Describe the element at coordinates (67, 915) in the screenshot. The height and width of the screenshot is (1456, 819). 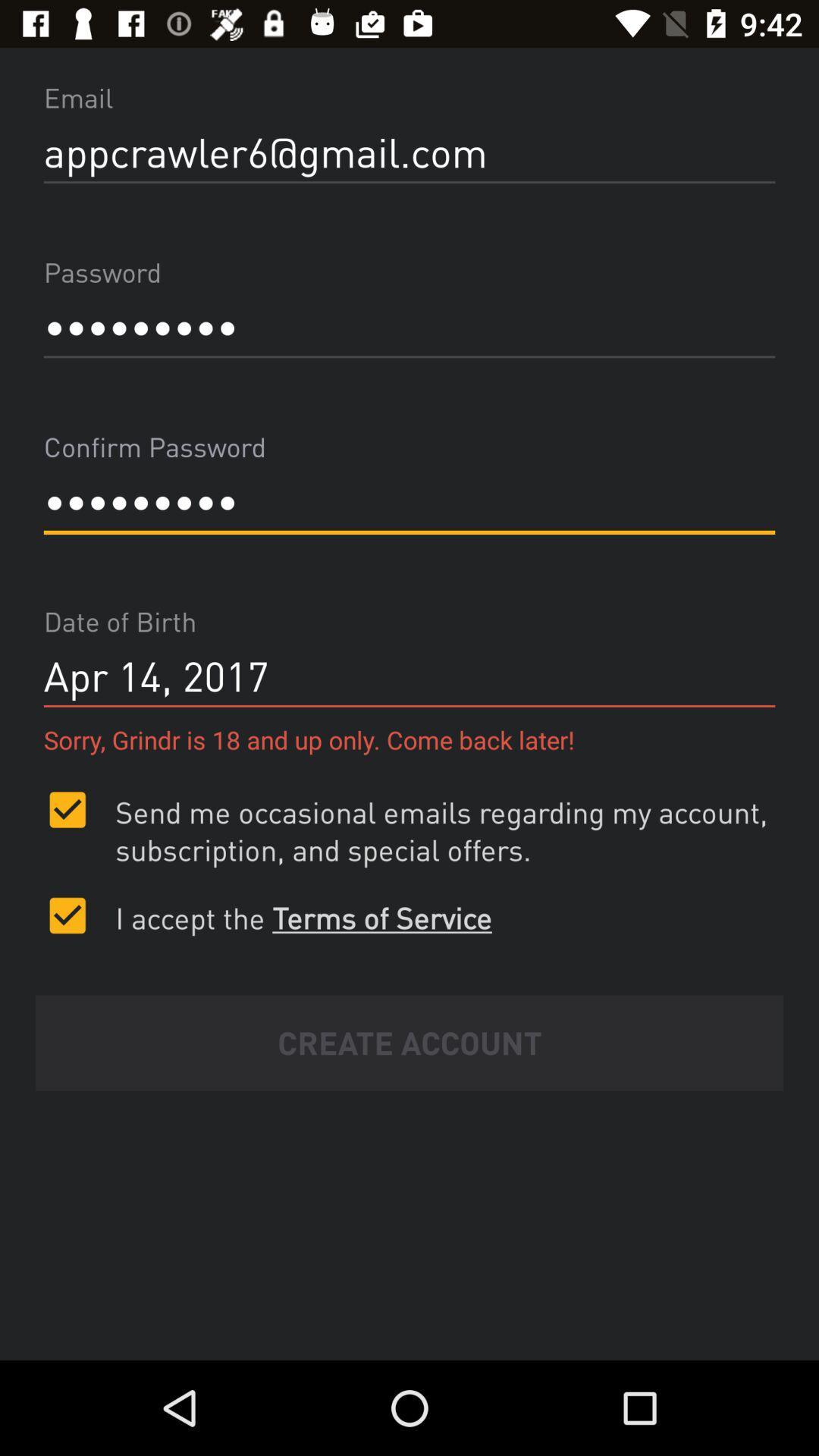
I see `accept the tam the condition` at that location.